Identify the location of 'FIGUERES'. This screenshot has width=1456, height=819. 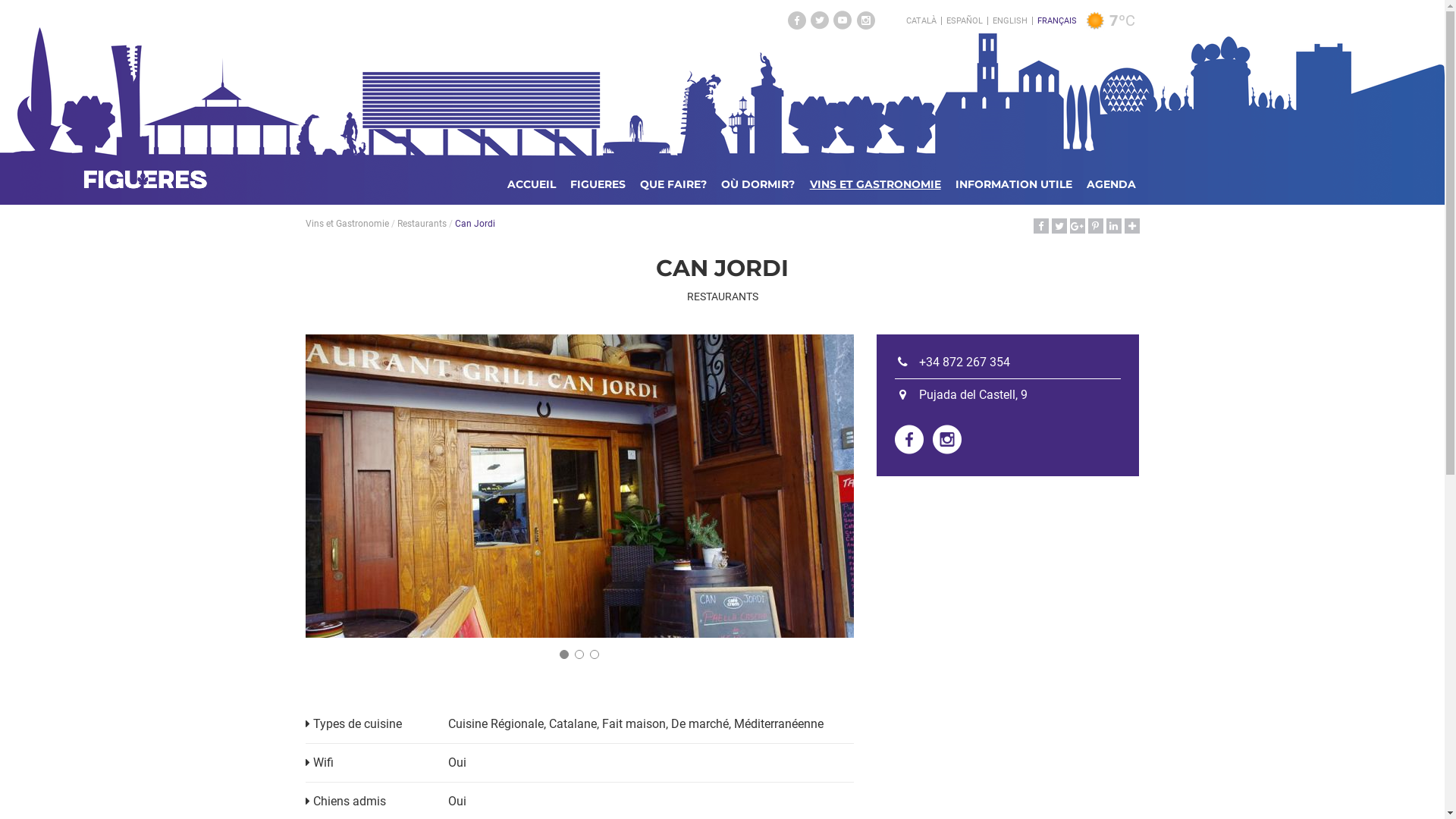
(597, 184).